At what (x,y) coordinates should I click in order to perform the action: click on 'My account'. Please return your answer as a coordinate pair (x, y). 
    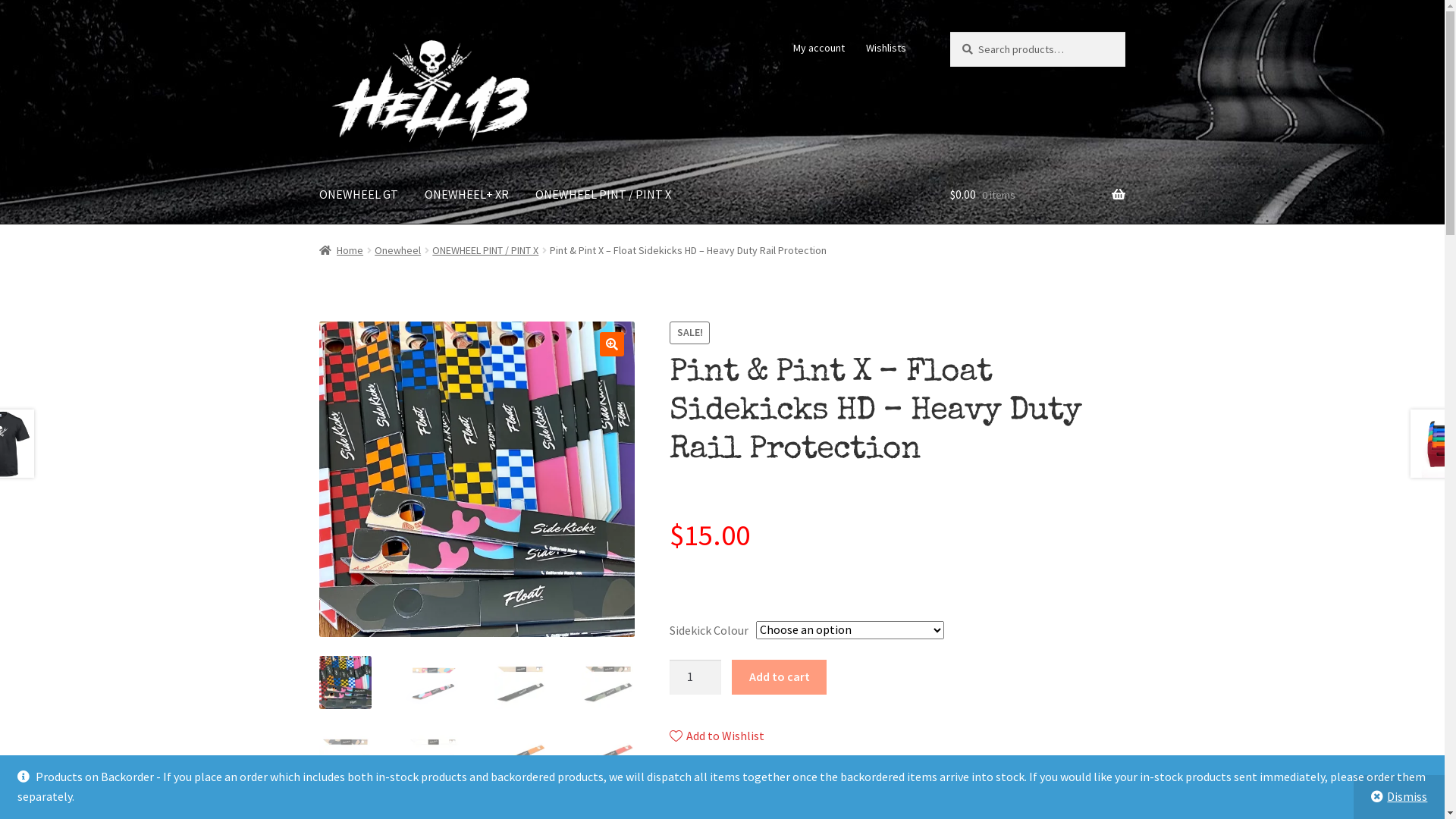
    Looking at the image, I should click on (783, 46).